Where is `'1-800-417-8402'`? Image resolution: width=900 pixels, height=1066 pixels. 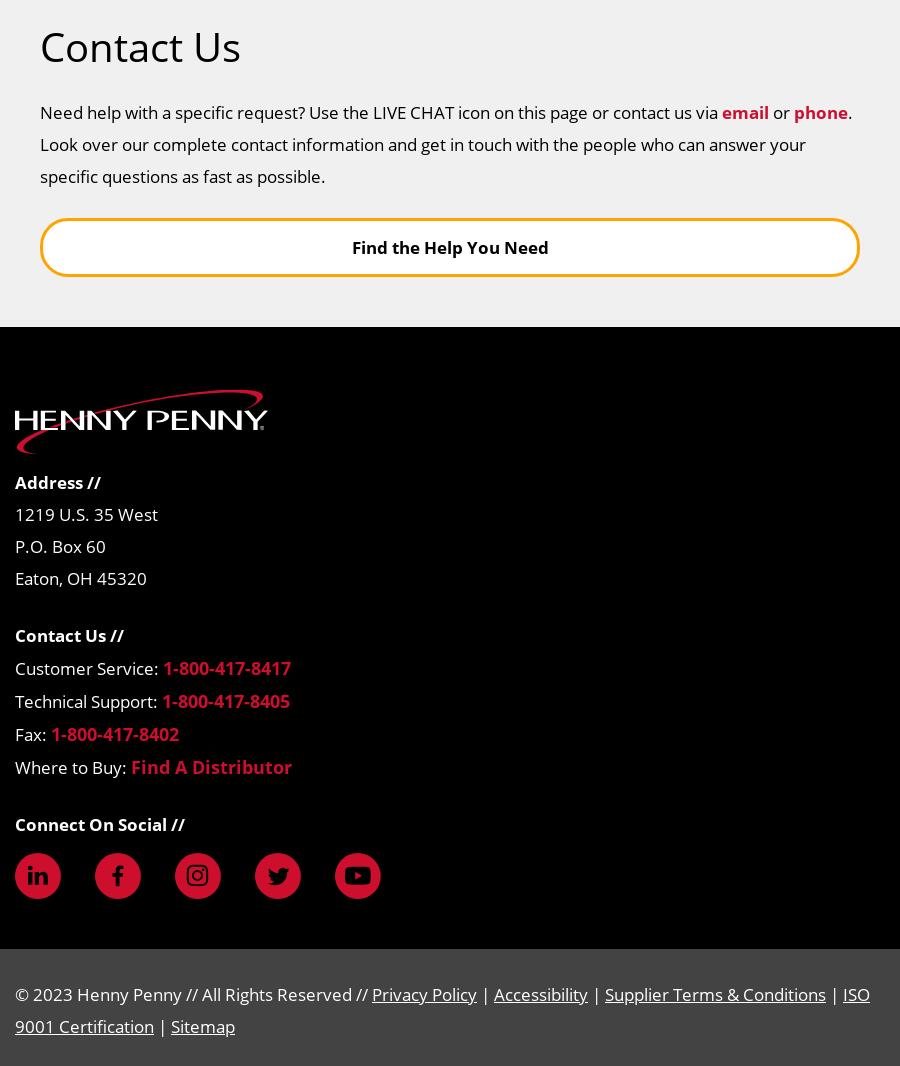
'1-800-417-8402' is located at coordinates (115, 731).